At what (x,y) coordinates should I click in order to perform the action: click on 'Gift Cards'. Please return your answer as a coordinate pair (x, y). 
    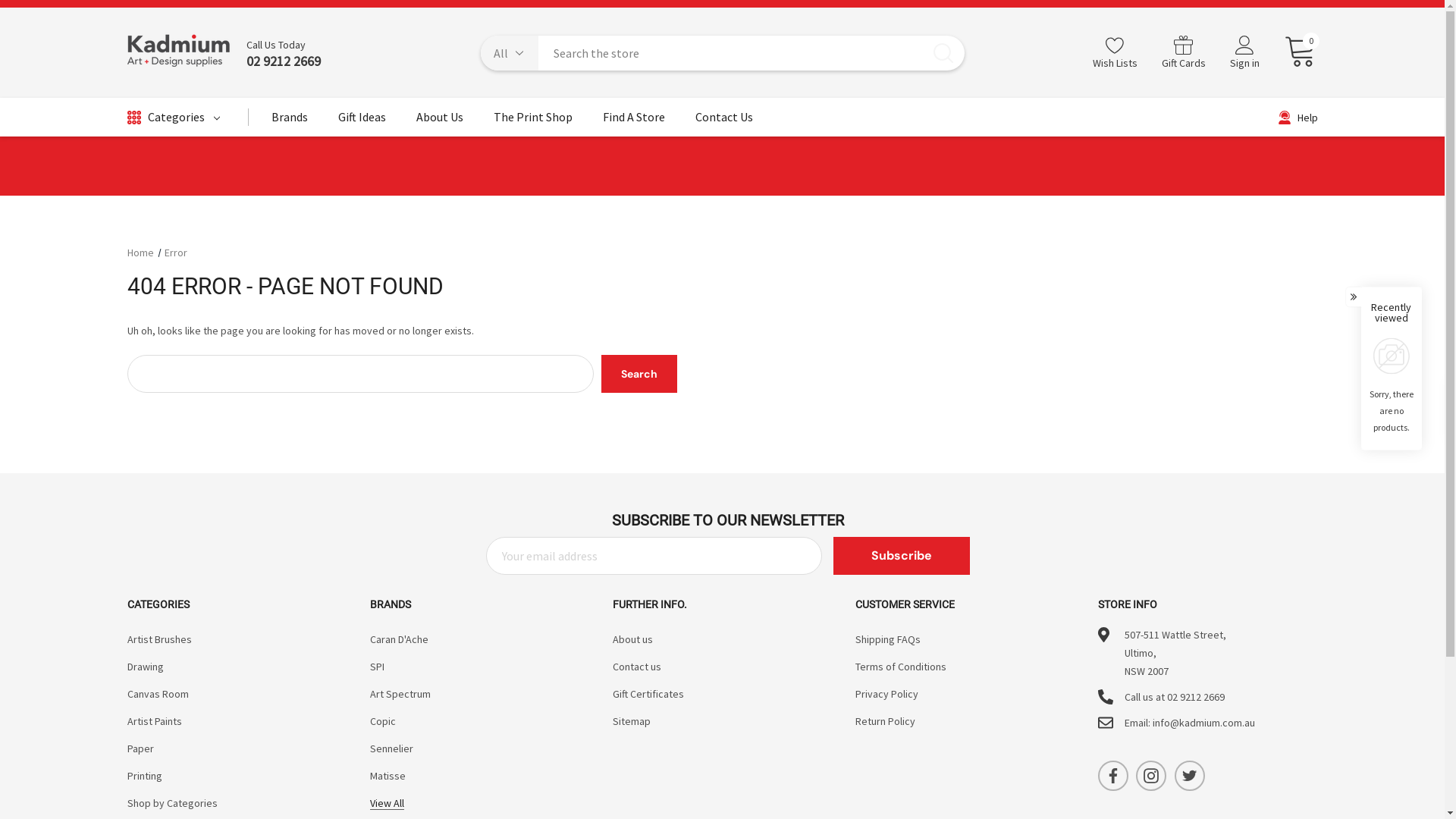
    Looking at the image, I should click on (1182, 52).